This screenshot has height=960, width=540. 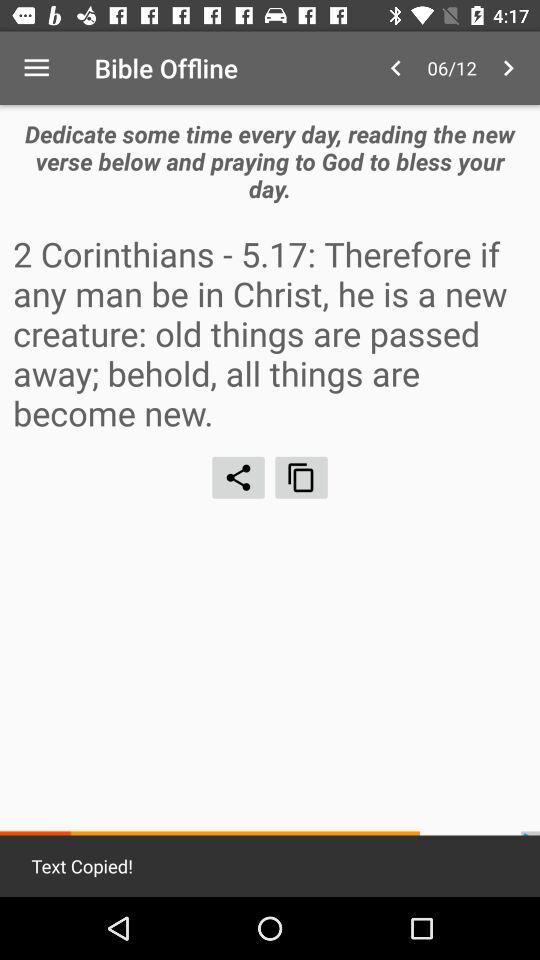 What do you see at coordinates (300, 477) in the screenshot?
I see `the copy icon` at bounding box center [300, 477].